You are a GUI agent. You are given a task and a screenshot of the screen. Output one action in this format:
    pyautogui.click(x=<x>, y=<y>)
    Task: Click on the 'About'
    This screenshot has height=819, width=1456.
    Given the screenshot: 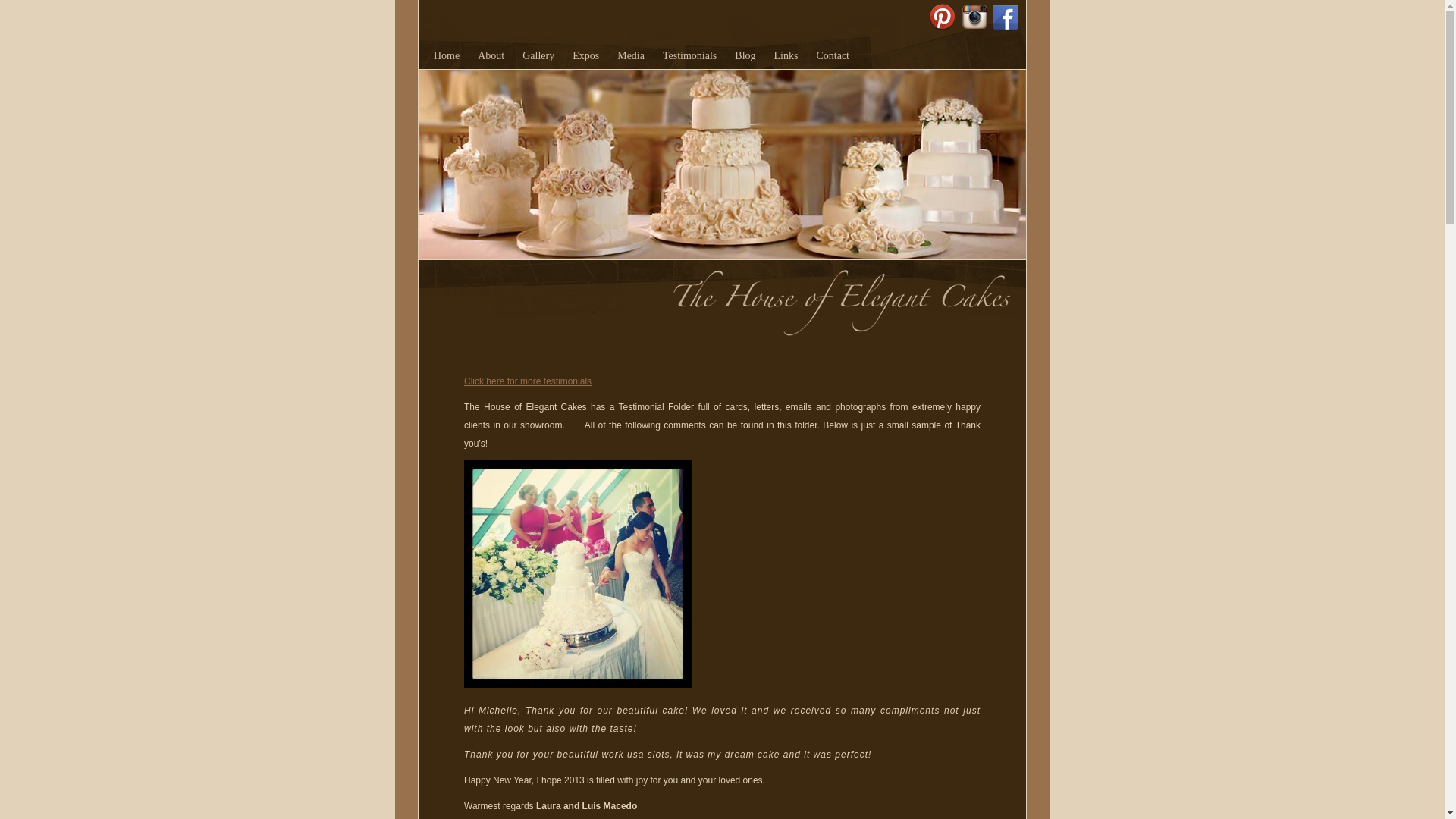 What is the action you would take?
    pyautogui.click(x=491, y=55)
    